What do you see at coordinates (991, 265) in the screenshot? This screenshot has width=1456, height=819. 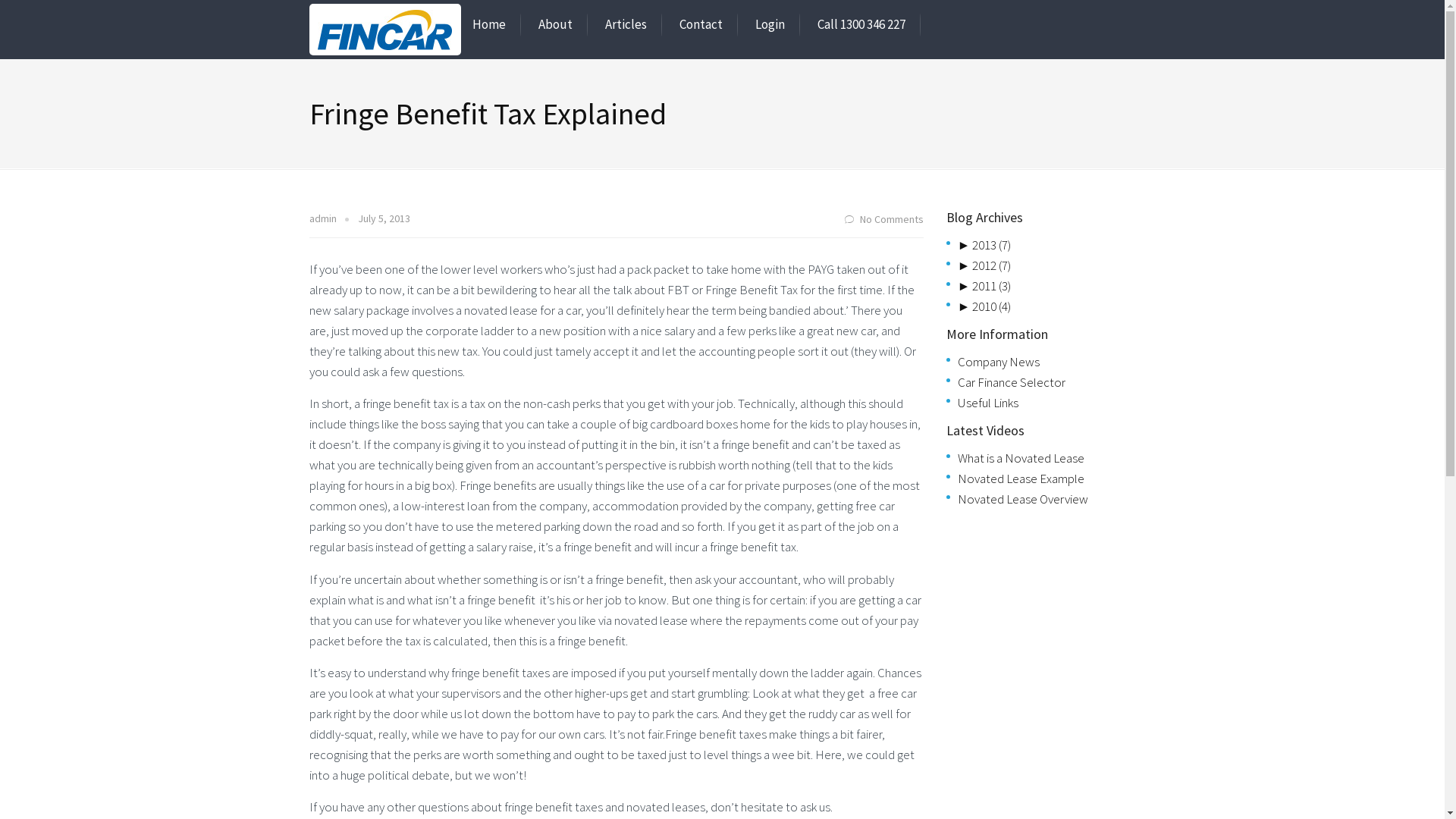 I see `'2012 (7)'` at bounding box center [991, 265].